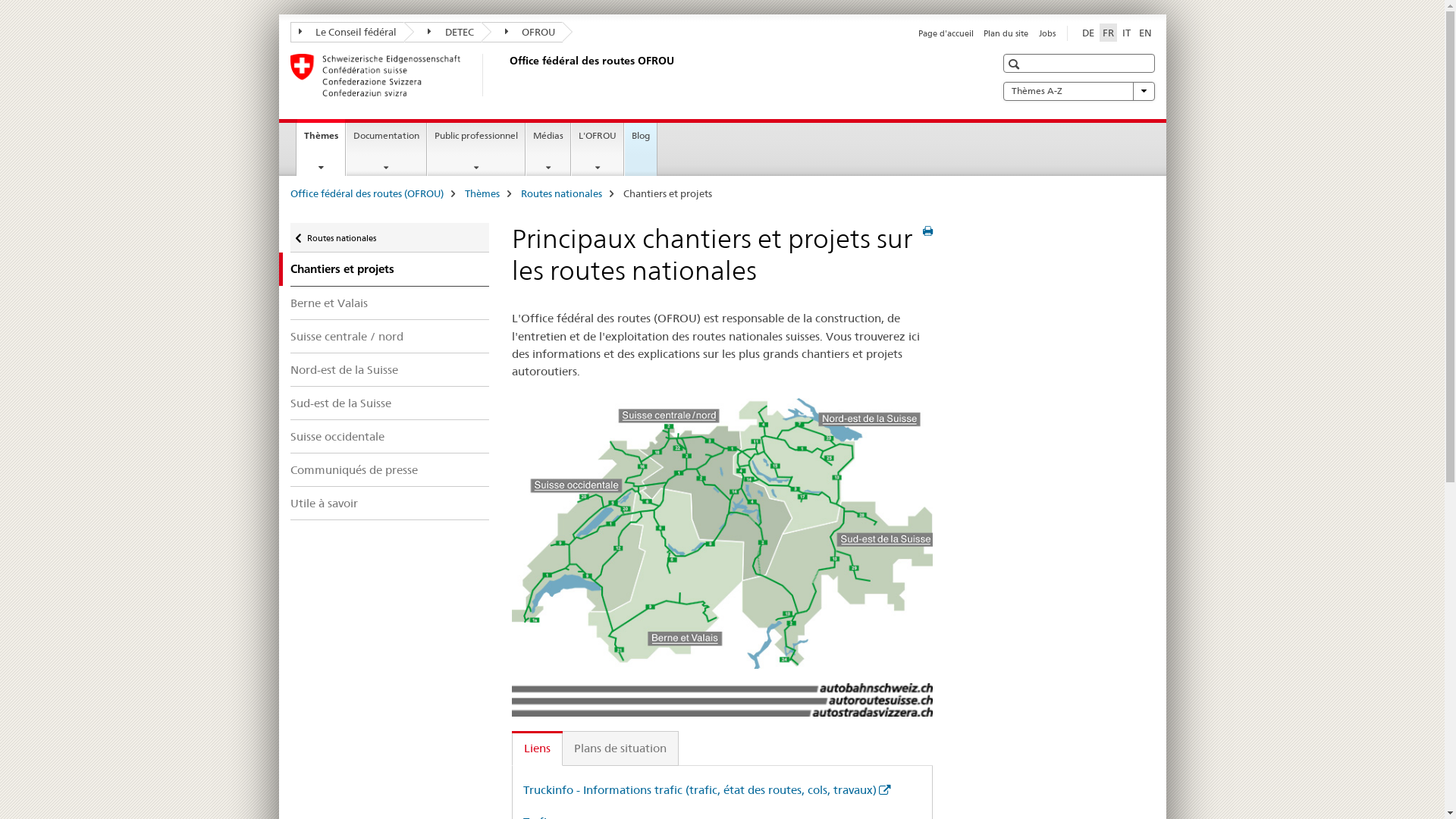 This screenshot has height=819, width=1456. What do you see at coordinates (927, 231) in the screenshot?
I see `'Imprimer cette page'` at bounding box center [927, 231].